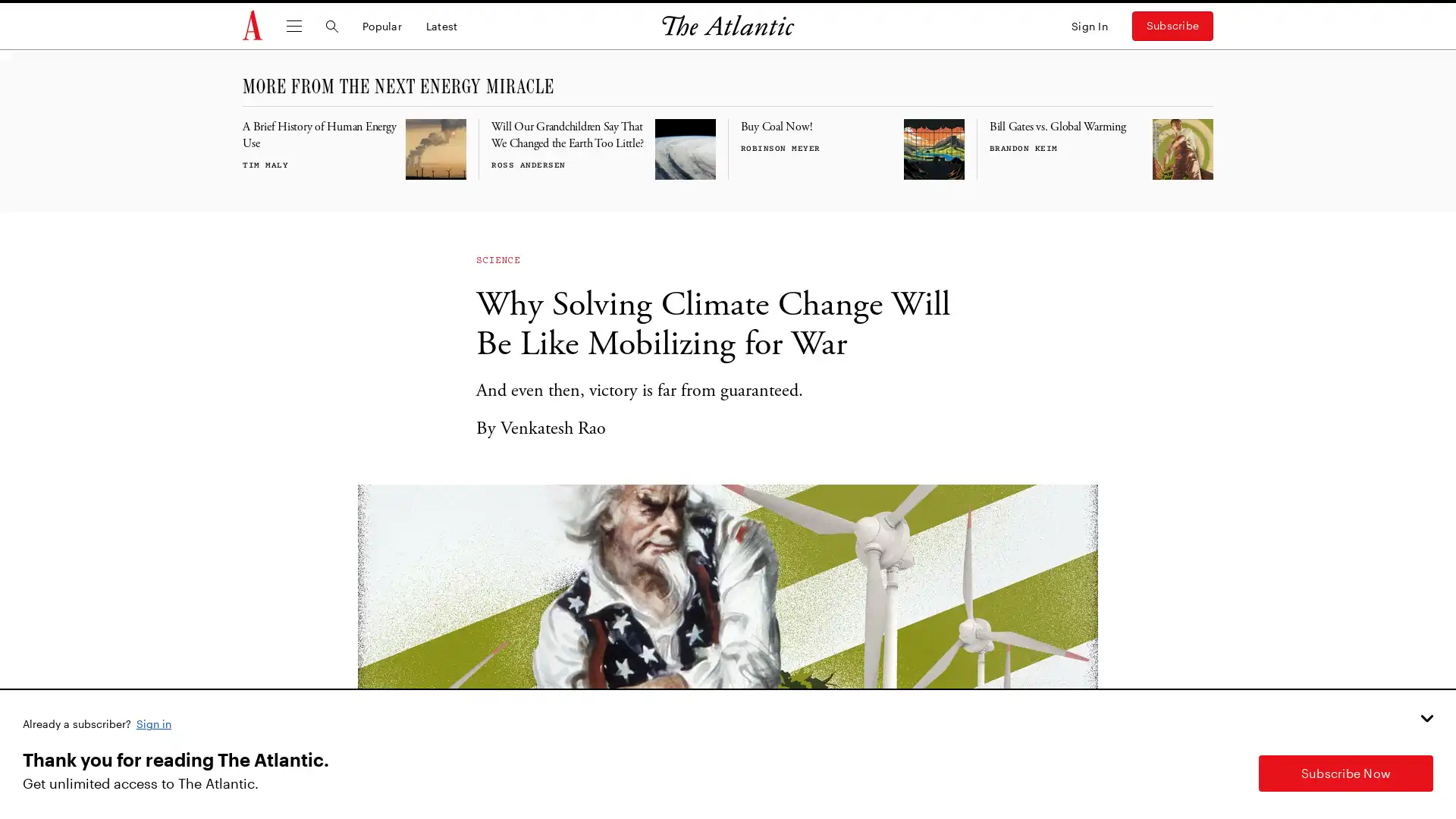 Image resolution: width=1456 pixels, height=819 pixels. I want to click on Search The Atlantic, so click(331, 26).